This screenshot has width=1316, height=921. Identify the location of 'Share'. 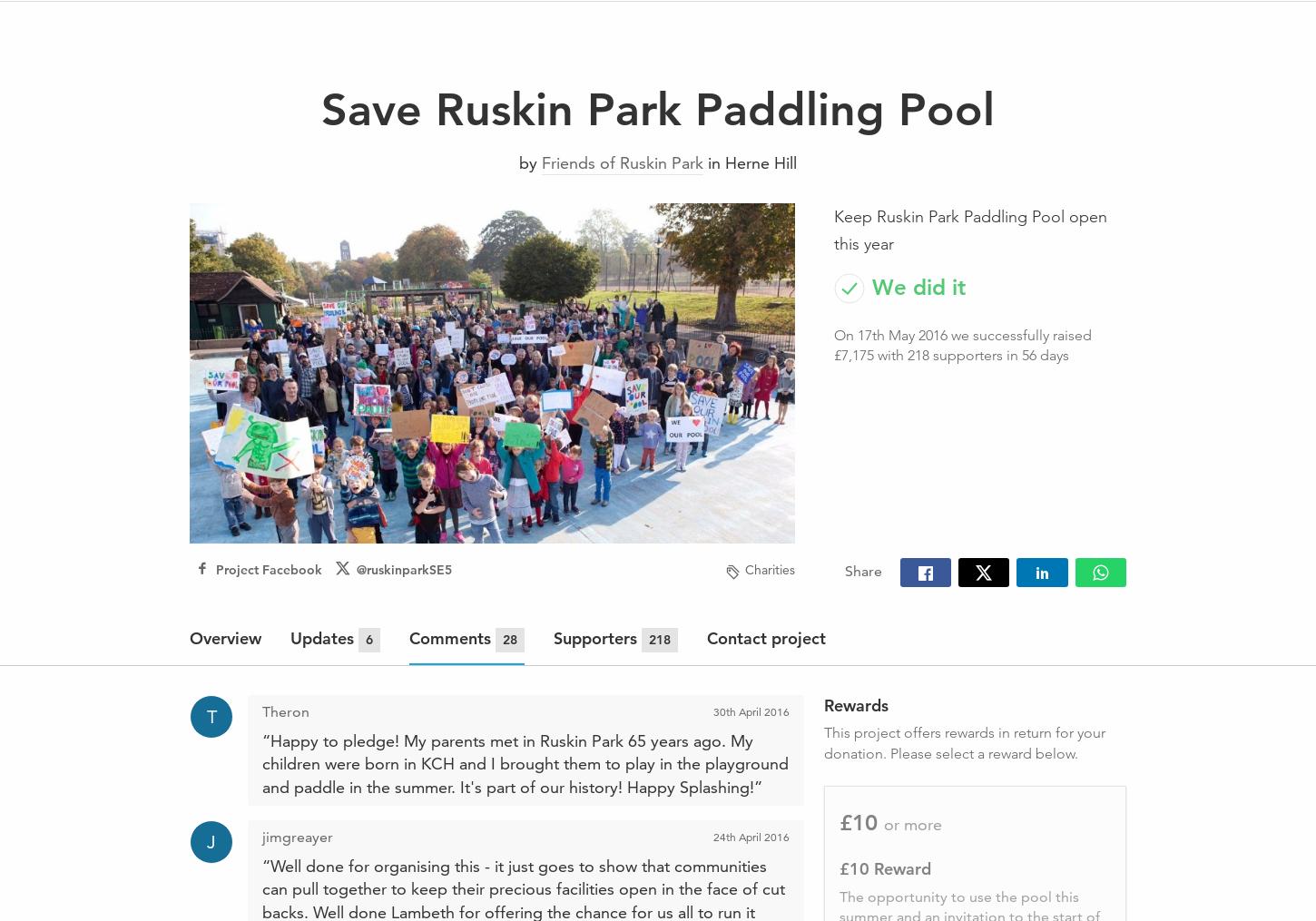
(861, 570).